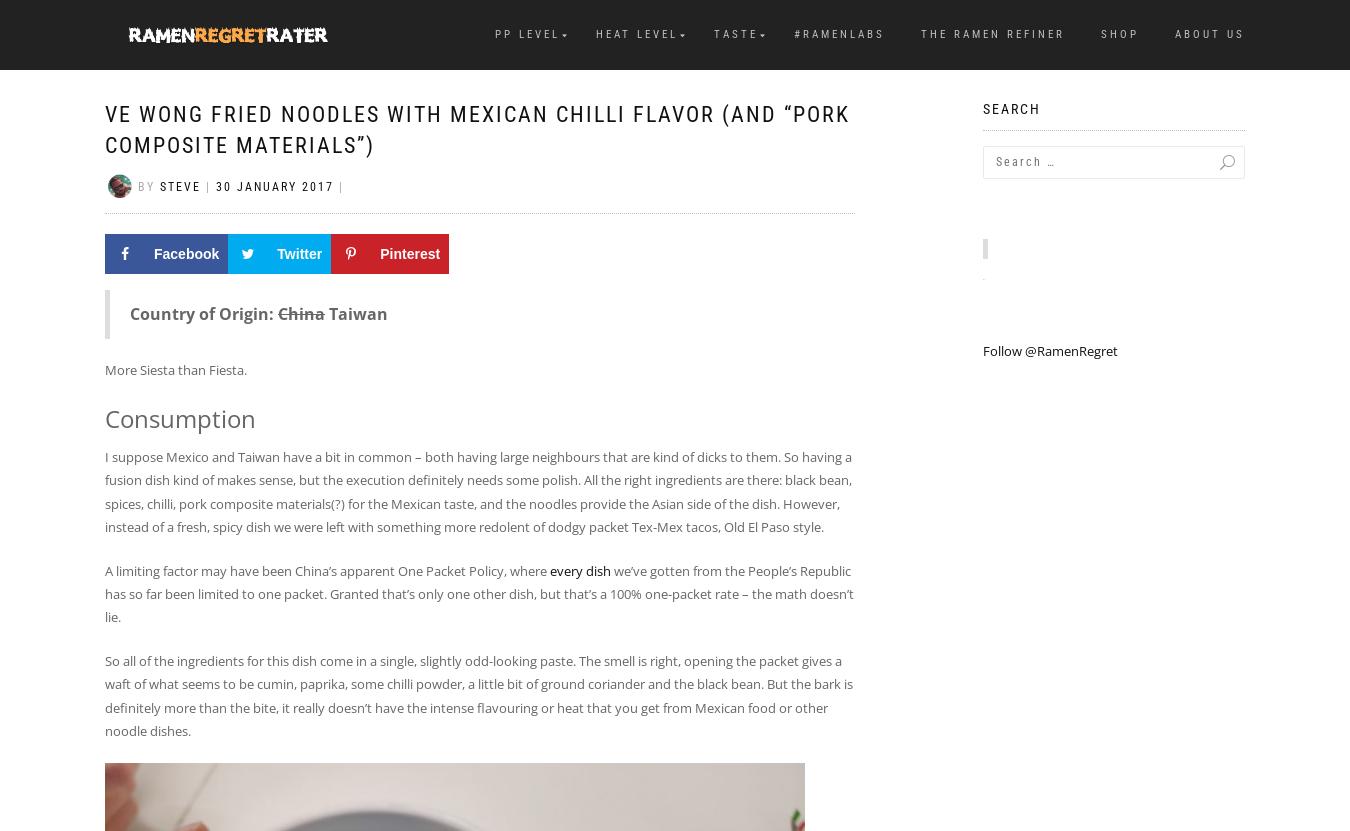  What do you see at coordinates (276, 253) in the screenshot?
I see `'Twitter'` at bounding box center [276, 253].